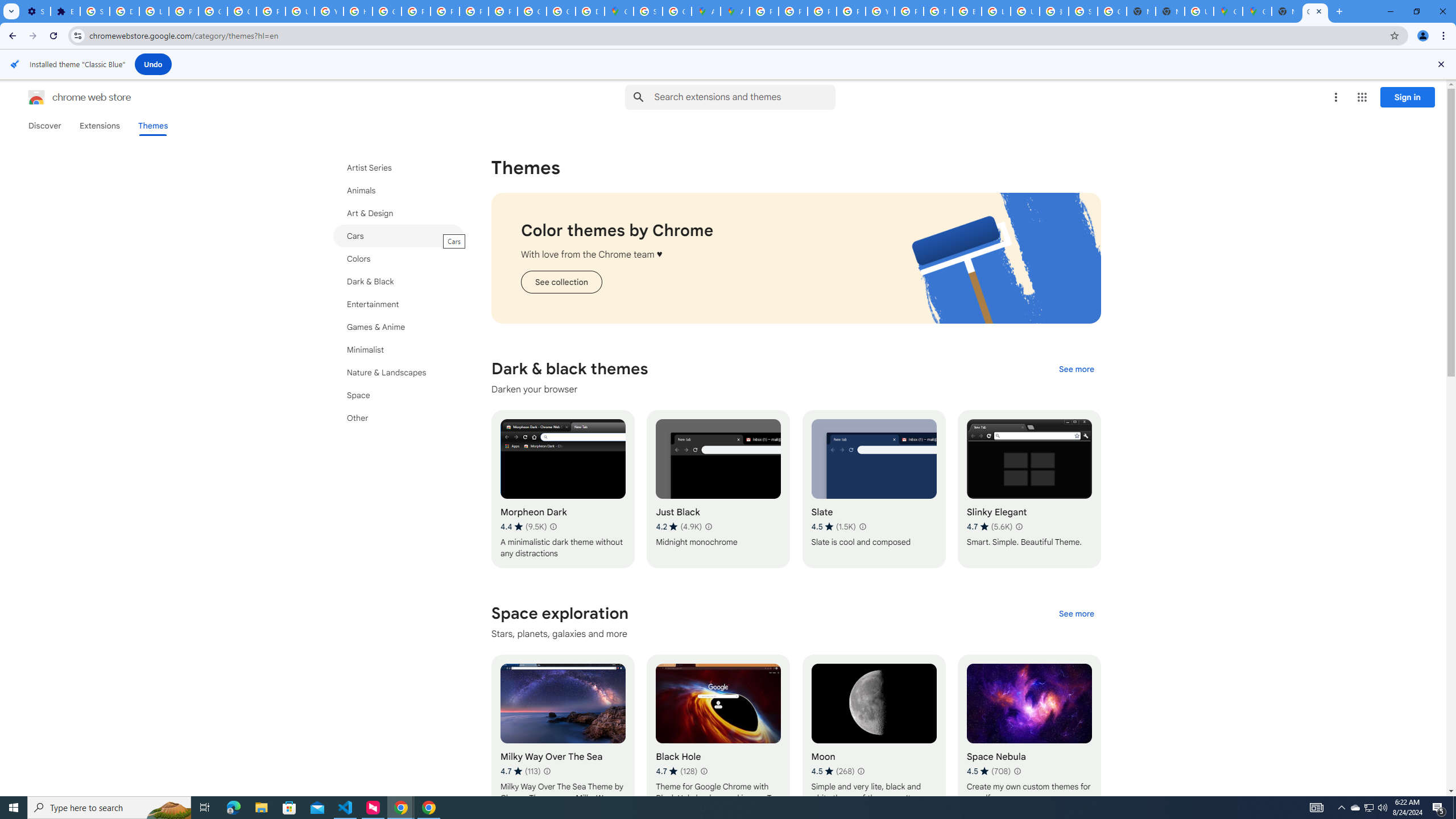  What do you see at coordinates (1016, 771) in the screenshot?
I see `'Learn more about results and reviews "Space Nebula"'` at bounding box center [1016, 771].